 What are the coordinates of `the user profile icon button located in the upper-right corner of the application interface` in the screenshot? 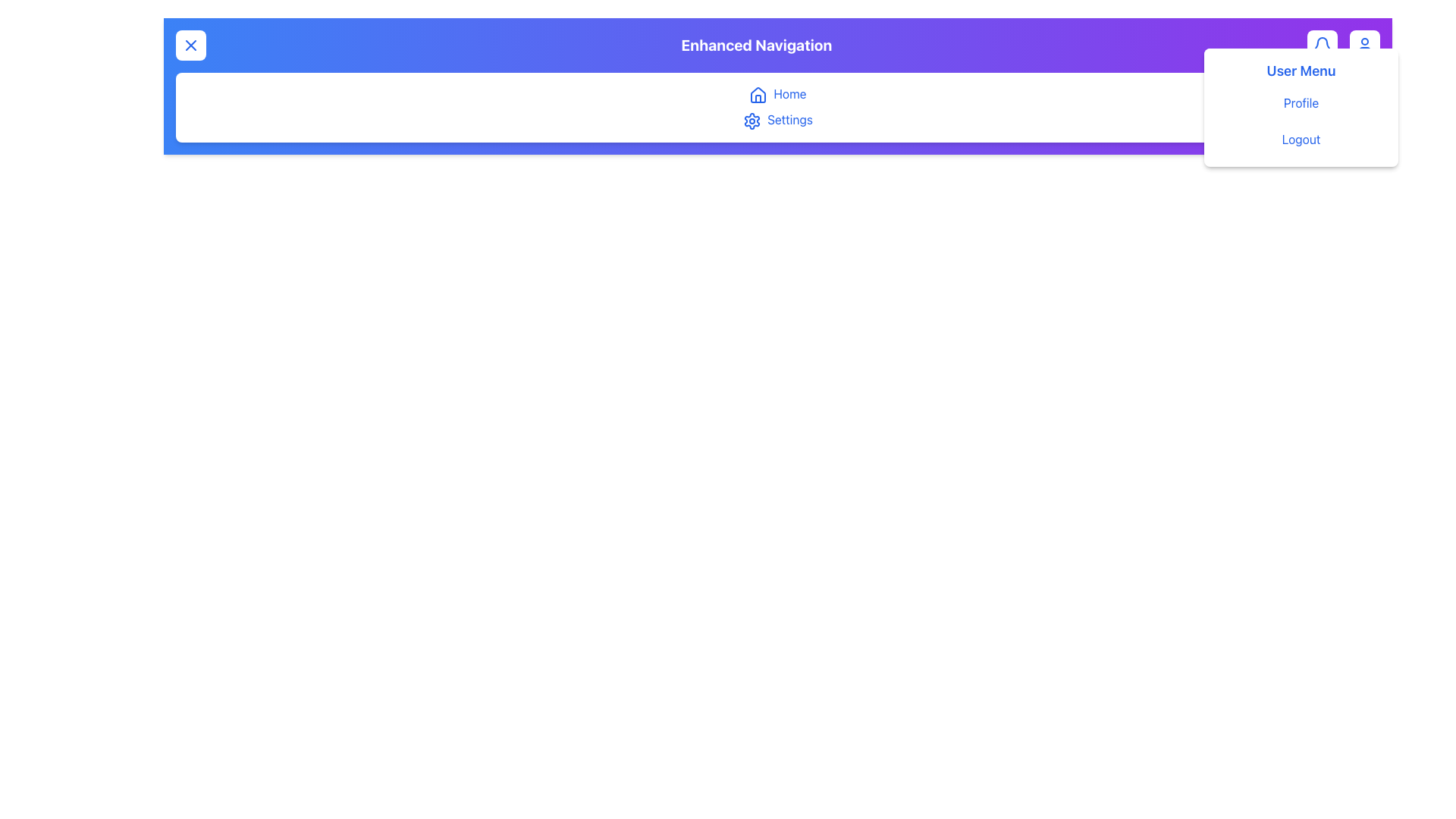 It's located at (1364, 45).